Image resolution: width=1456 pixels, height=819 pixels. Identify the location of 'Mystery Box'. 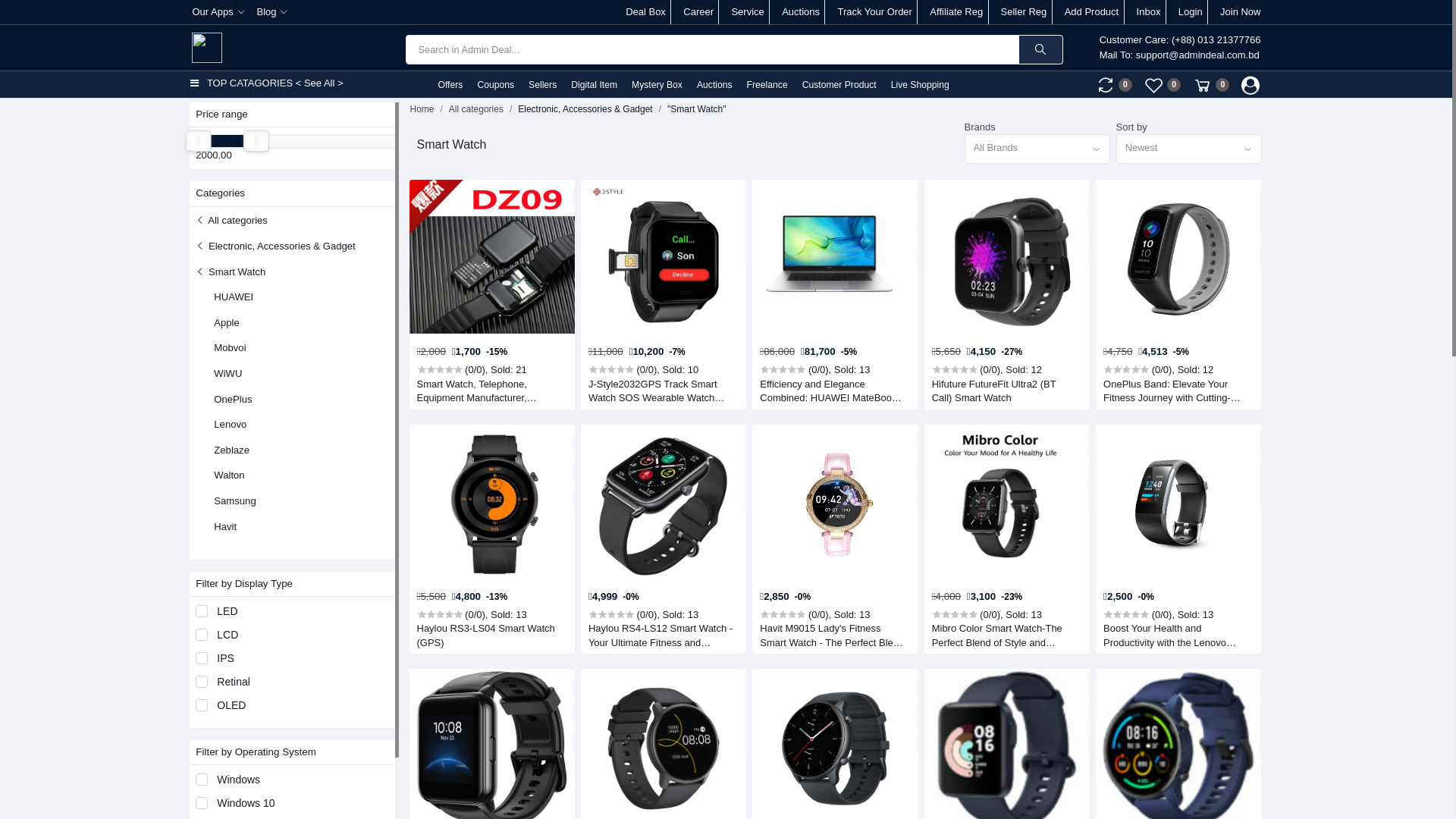
(656, 84).